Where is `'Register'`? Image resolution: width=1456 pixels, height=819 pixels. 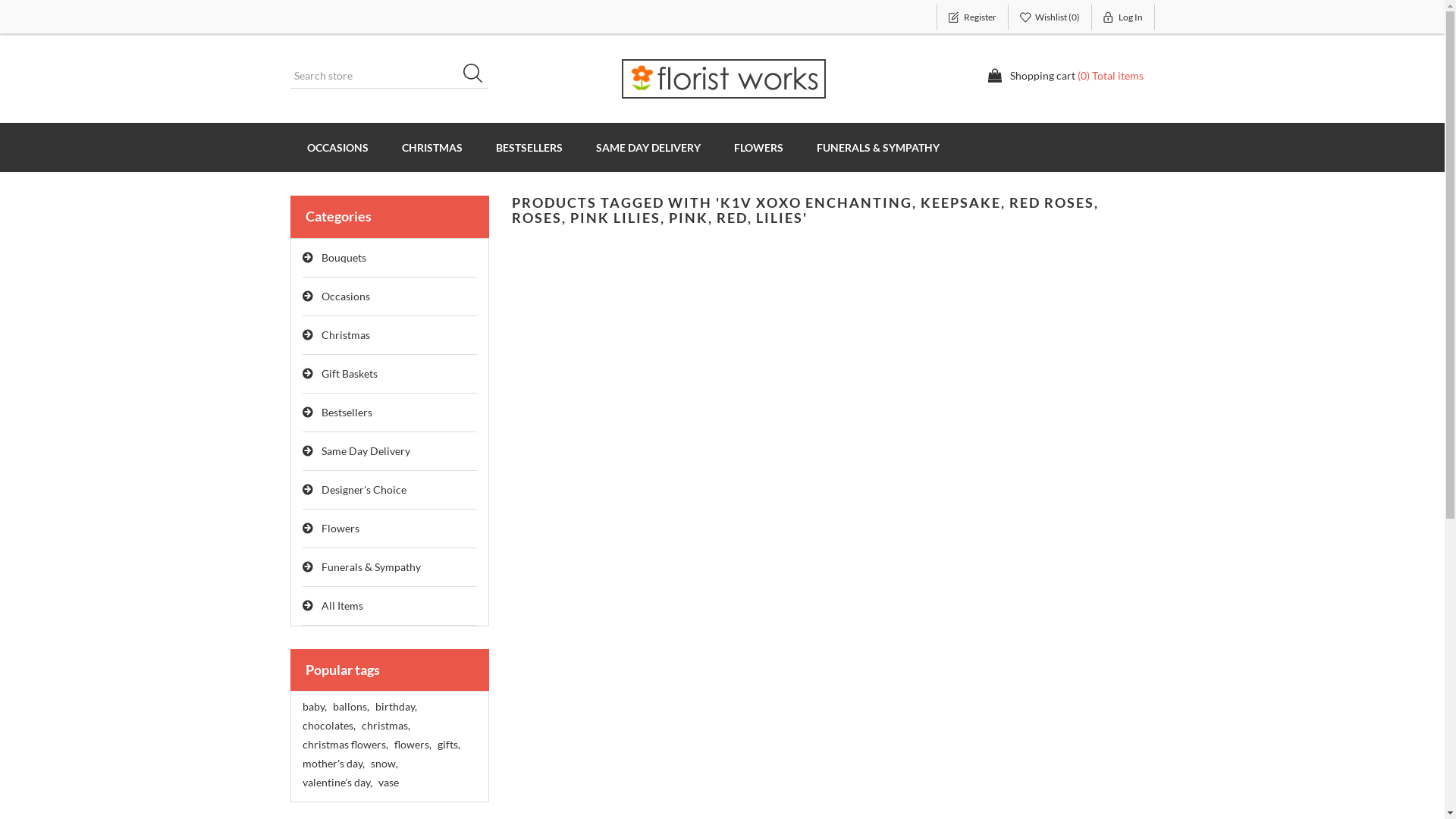 'Register' is located at coordinates (971, 17).